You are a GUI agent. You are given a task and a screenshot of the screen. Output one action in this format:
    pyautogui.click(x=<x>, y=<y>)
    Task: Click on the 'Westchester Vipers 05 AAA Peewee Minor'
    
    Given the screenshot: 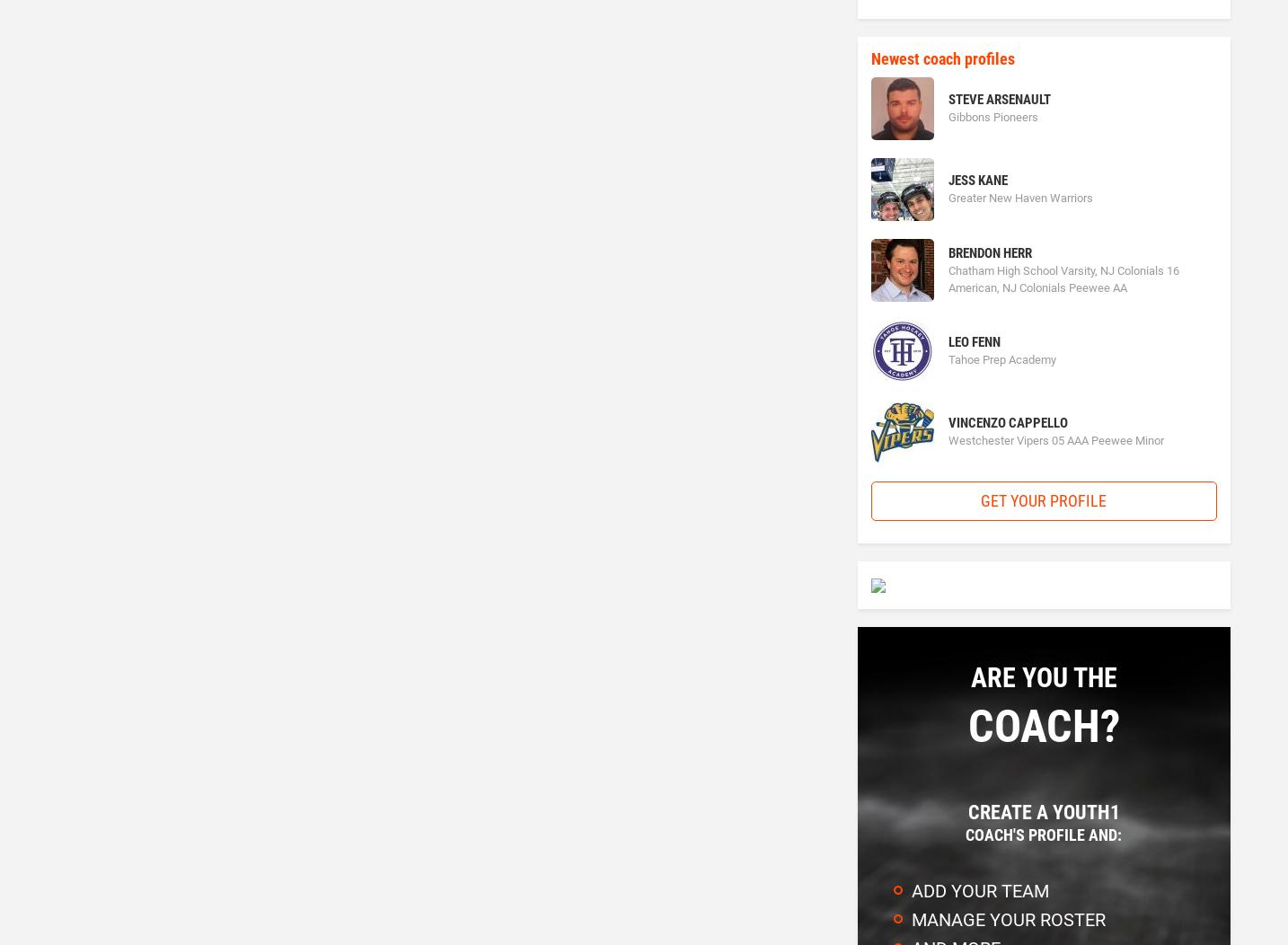 What is the action you would take?
    pyautogui.click(x=946, y=439)
    